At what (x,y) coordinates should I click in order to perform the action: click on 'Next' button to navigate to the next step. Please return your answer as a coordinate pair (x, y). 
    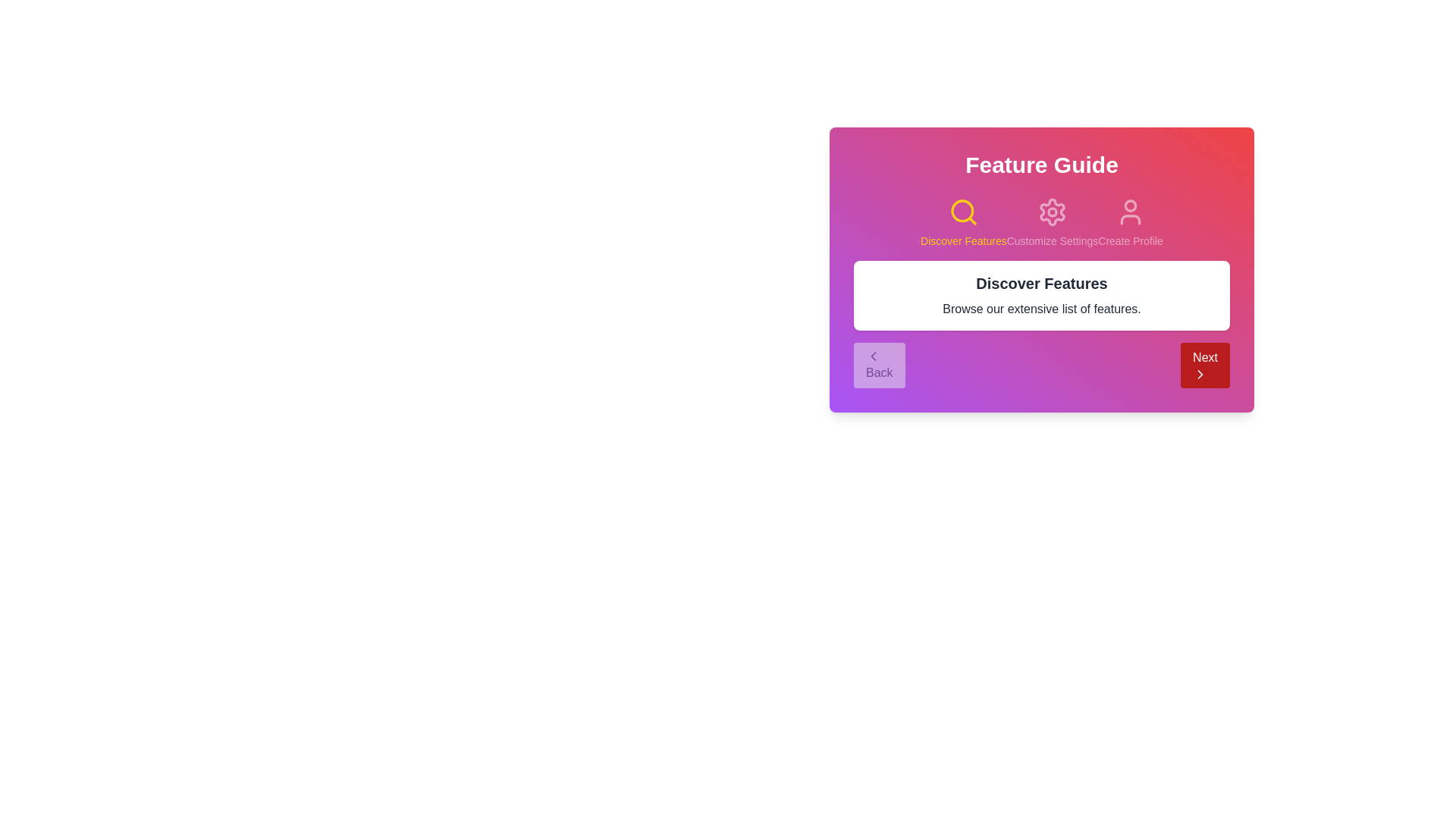
    Looking at the image, I should click on (1204, 366).